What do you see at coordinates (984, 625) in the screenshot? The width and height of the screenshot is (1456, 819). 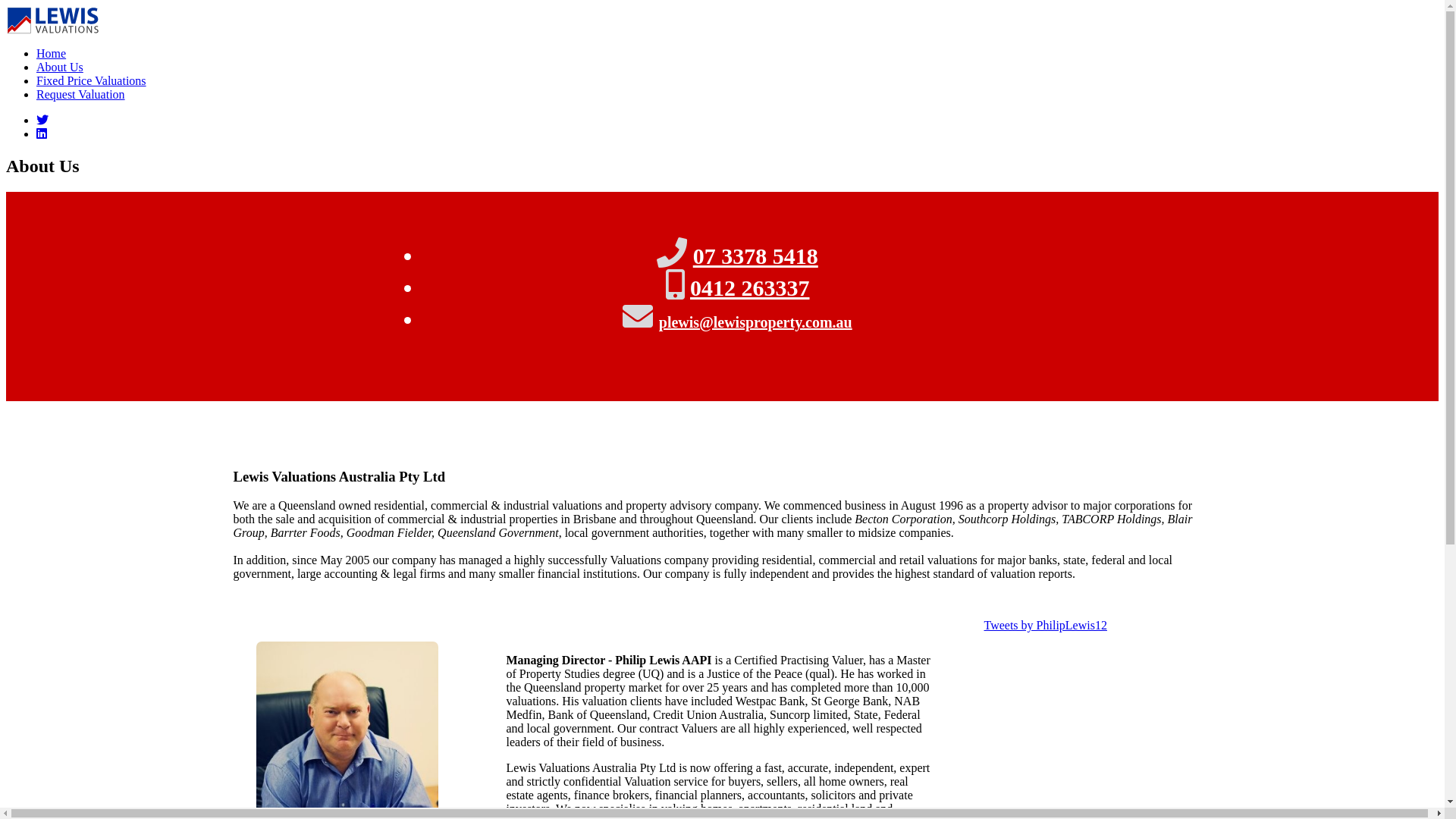 I see `'Tweets by PhilipLewis12'` at bounding box center [984, 625].